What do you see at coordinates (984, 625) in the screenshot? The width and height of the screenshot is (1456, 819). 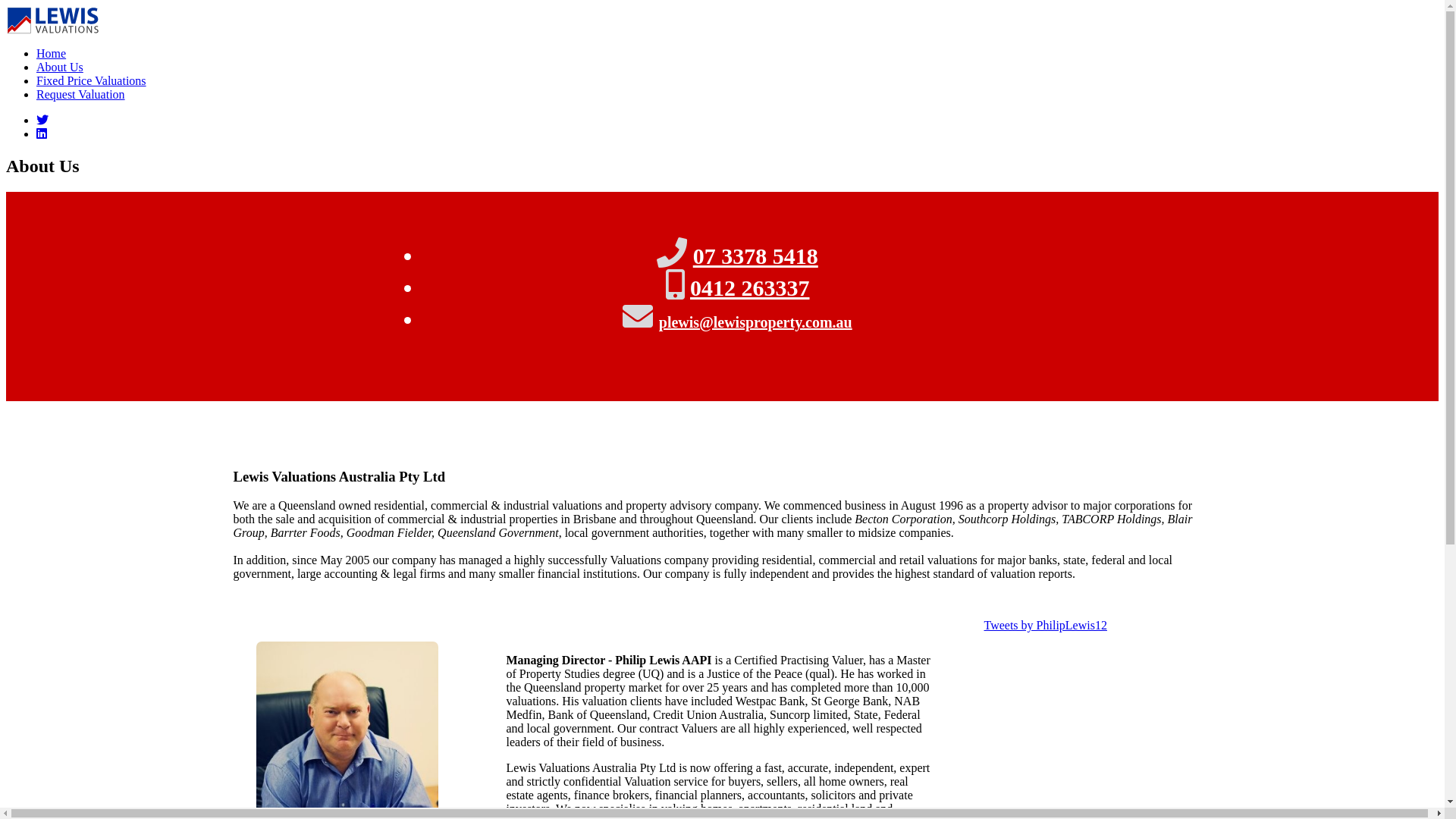 I see `'Tweets by PhilipLewis12'` at bounding box center [984, 625].